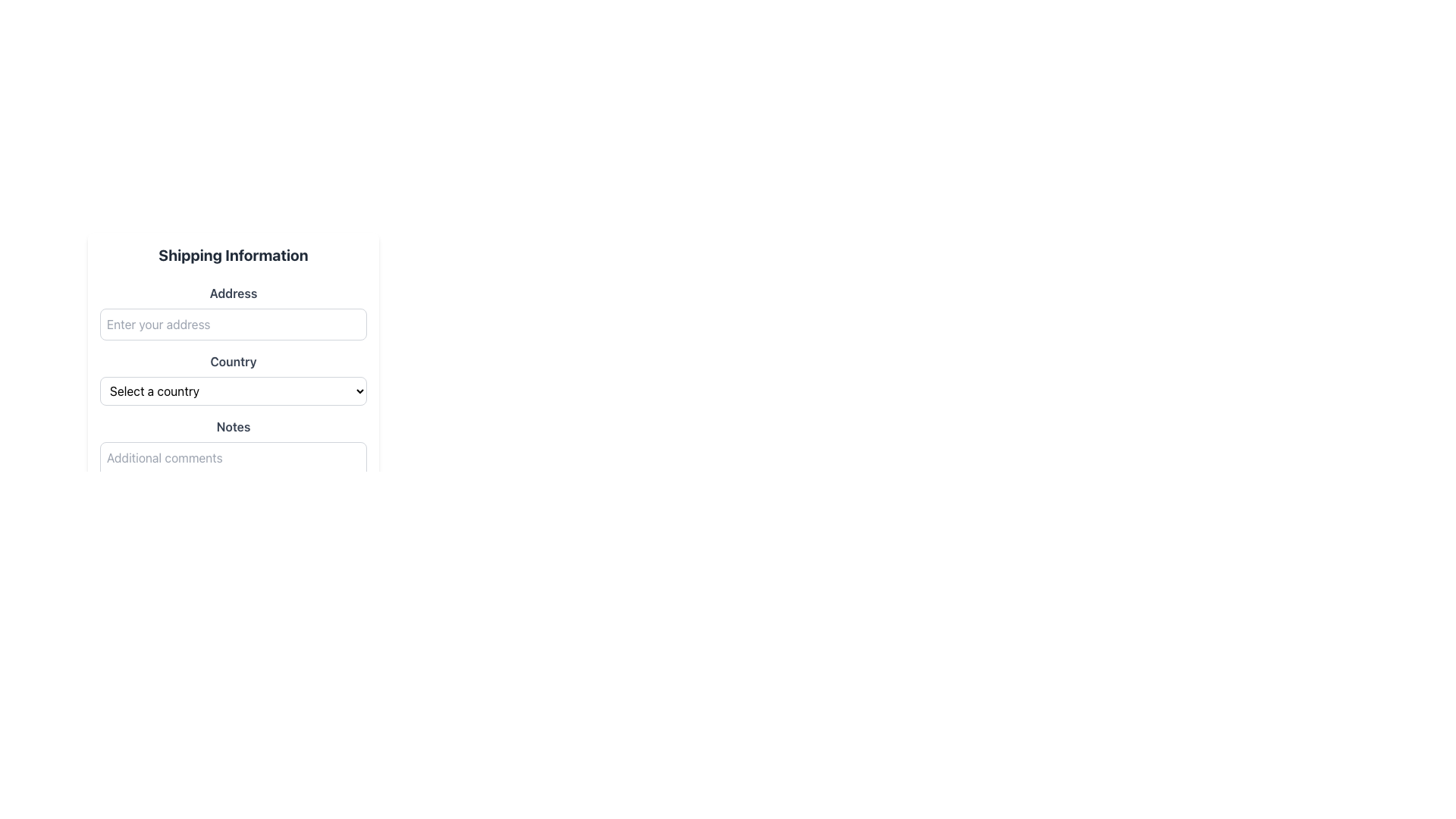 The height and width of the screenshot is (819, 1456). Describe the element at coordinates (232, 362) in the screenshot. I see `the label indicating to select a country from the dropdown menu, which is positioned above the dropdown in the shipping information form` at that location.